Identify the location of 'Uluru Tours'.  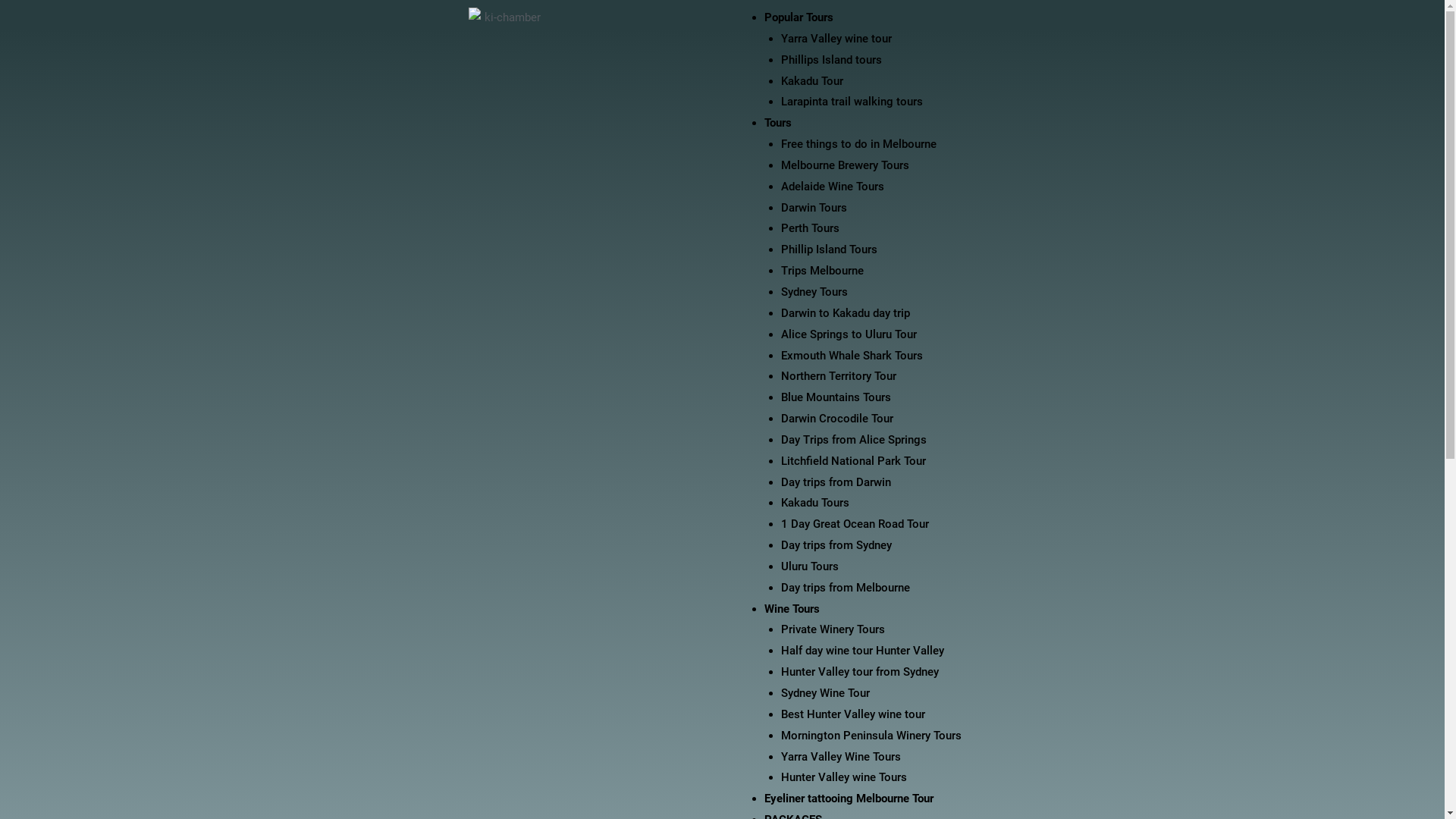
(809, 566).